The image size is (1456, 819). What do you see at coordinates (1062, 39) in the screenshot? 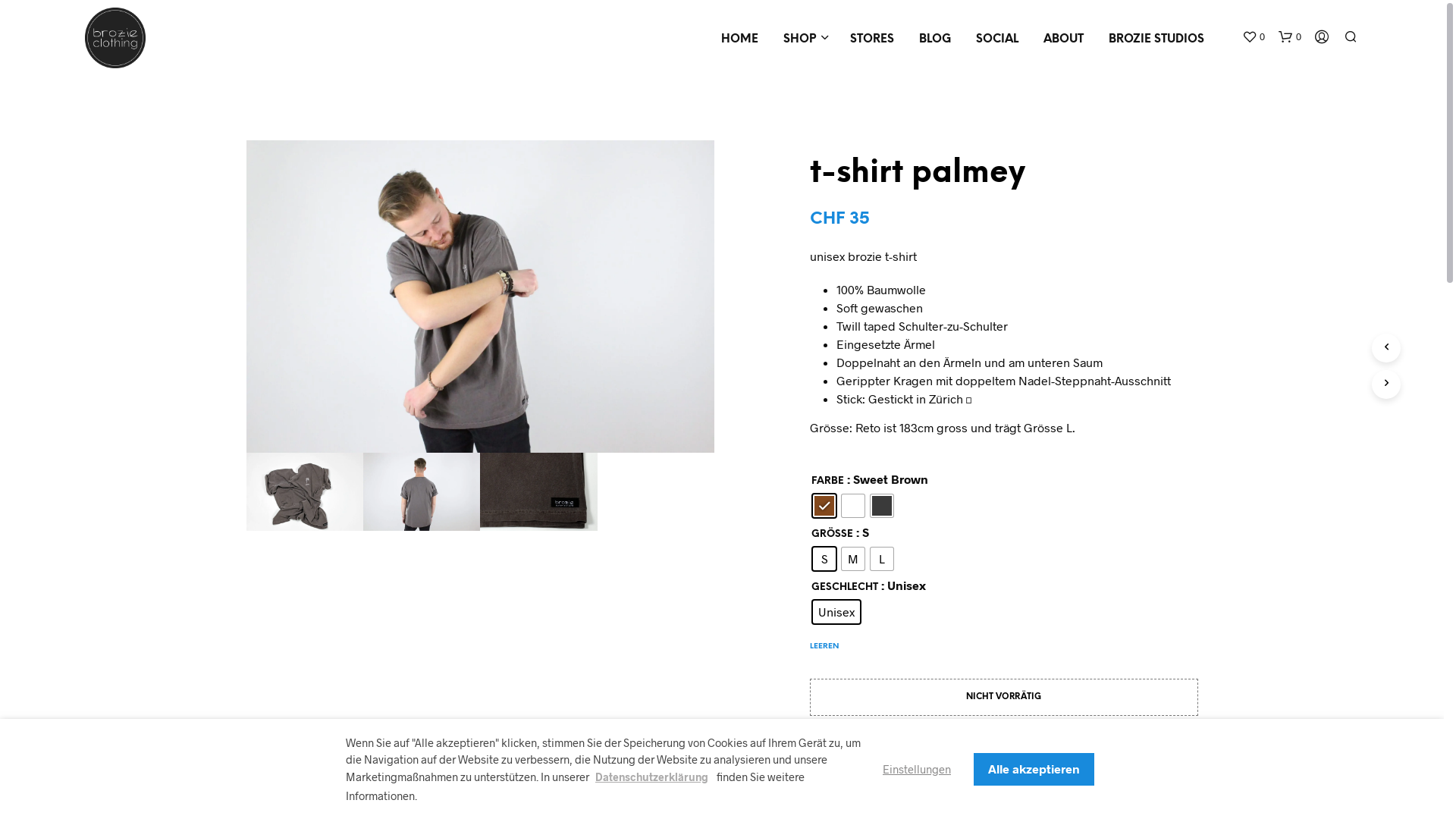
I see `'ABOUT'` at bounding box center [1062, 39].